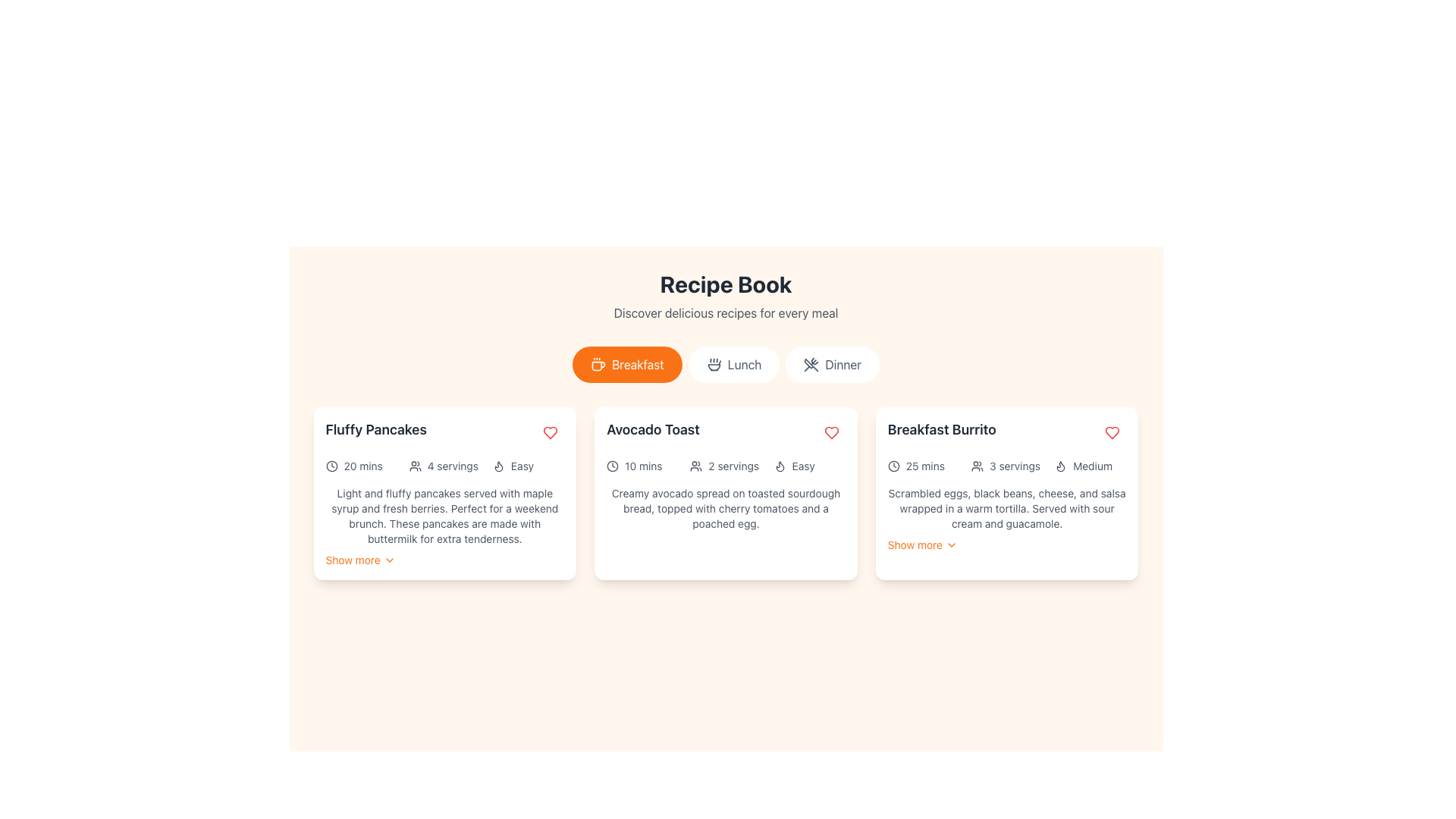 The width and height of the screenshot is (1456, 819). Describe the element at coordinates (1007, 519) in the screenshot. I see `the 'Show more' link located below the primary descriptive text within the 'Breakfast Burrito' card` at that location.